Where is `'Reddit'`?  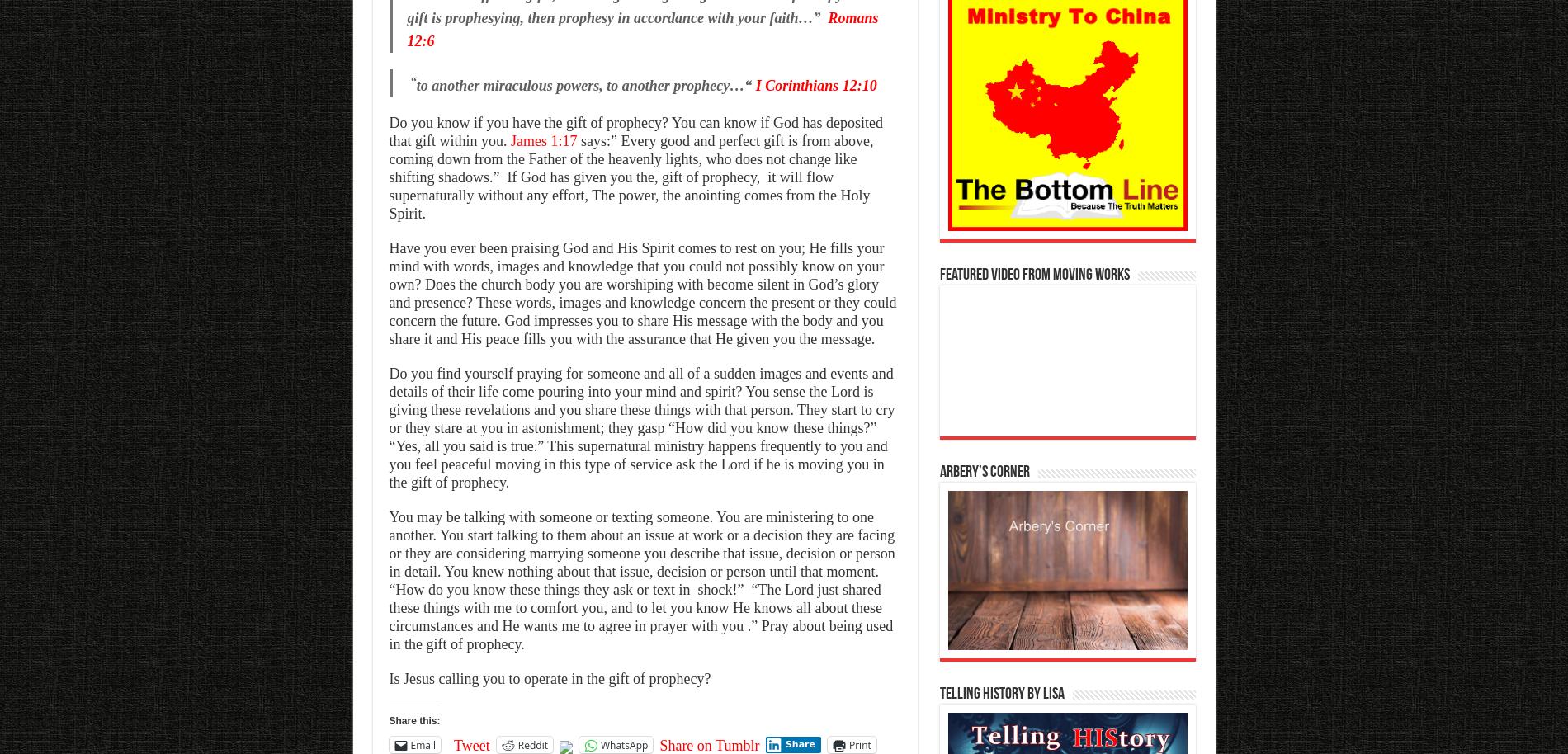
'Reddit' is located at coordinates (532, 743).